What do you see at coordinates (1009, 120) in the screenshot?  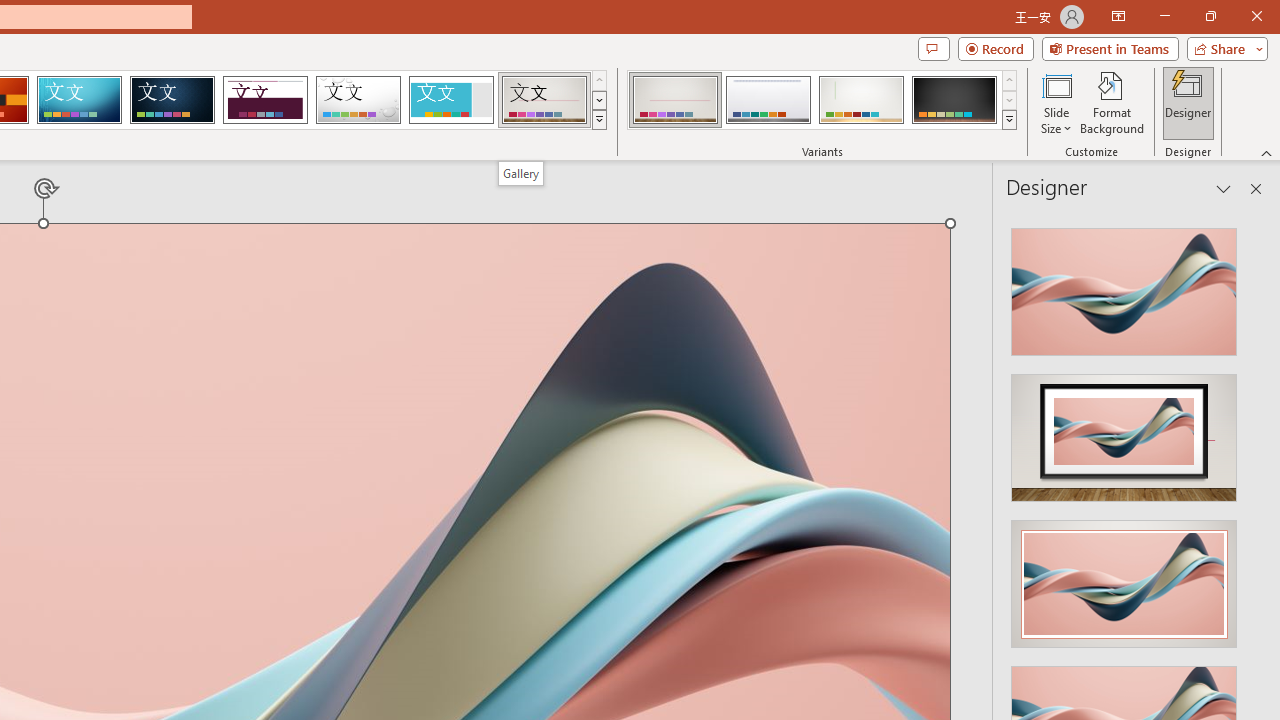 I see `'Variants'` at bounding box center [1009, 120].